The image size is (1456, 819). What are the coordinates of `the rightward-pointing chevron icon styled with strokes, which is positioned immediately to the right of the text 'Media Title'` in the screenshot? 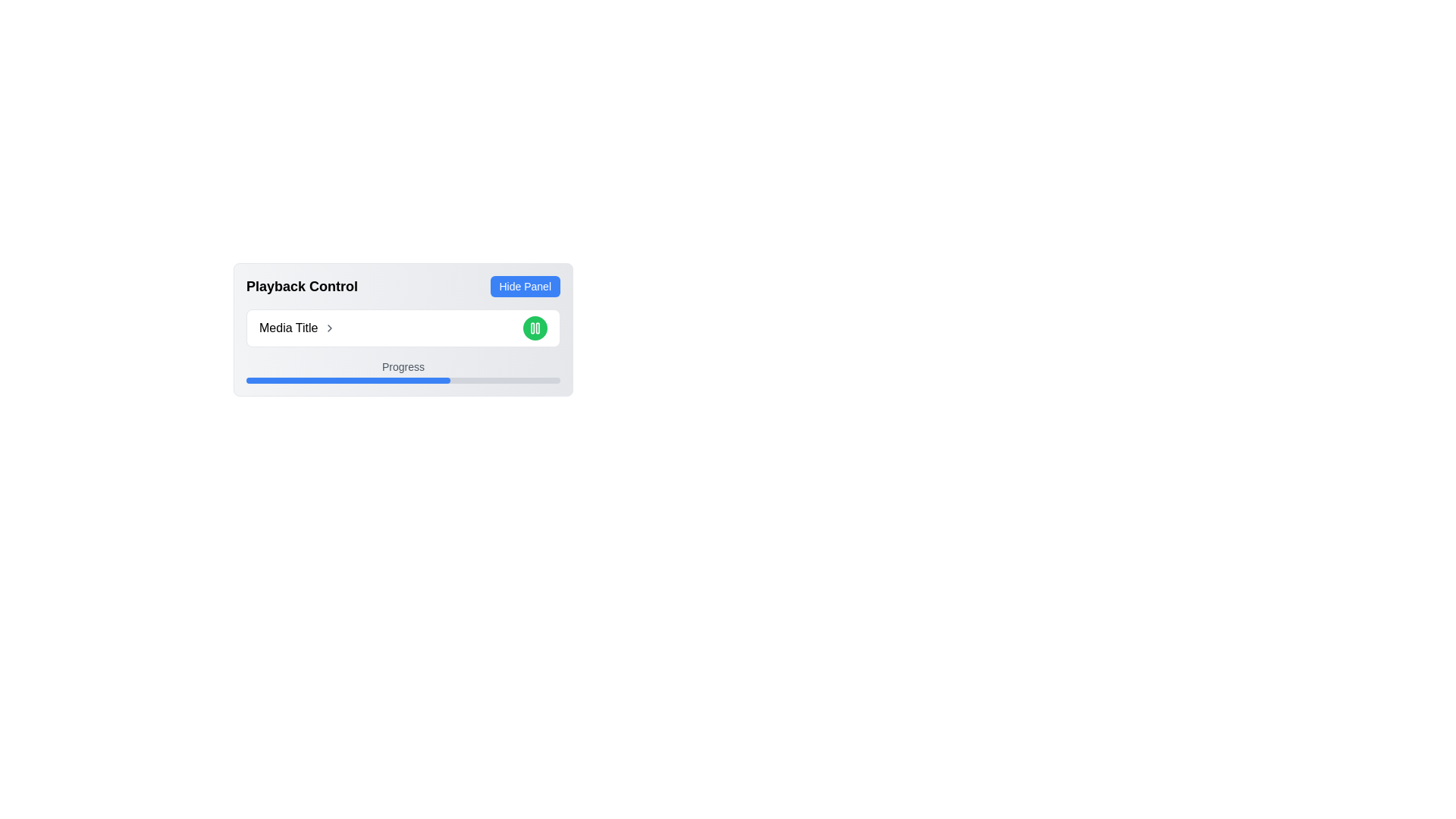 It's located at (329, 327).